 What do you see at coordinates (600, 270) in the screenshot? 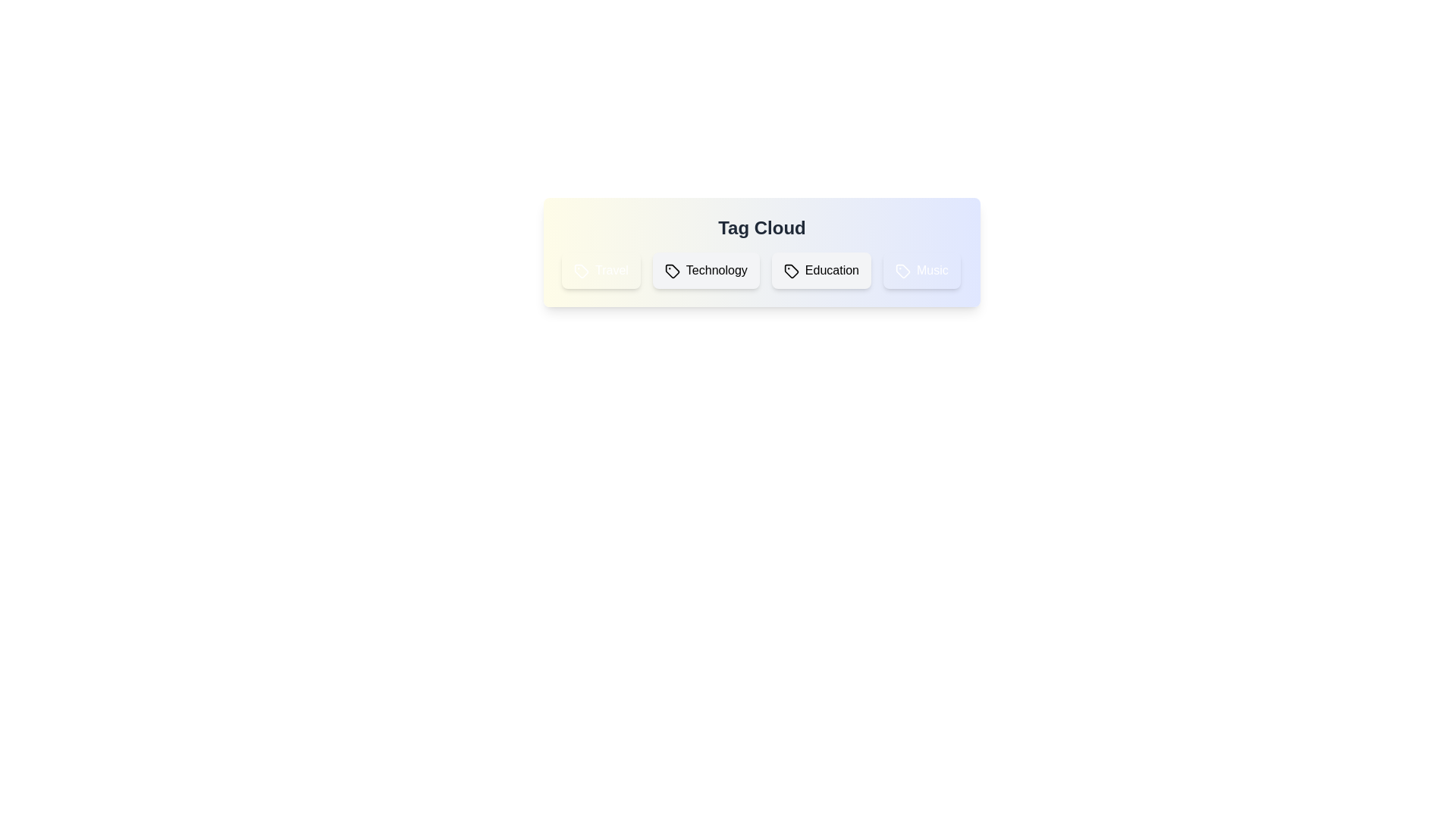
I see `the tag Travel` at bounding box center [600, 270].